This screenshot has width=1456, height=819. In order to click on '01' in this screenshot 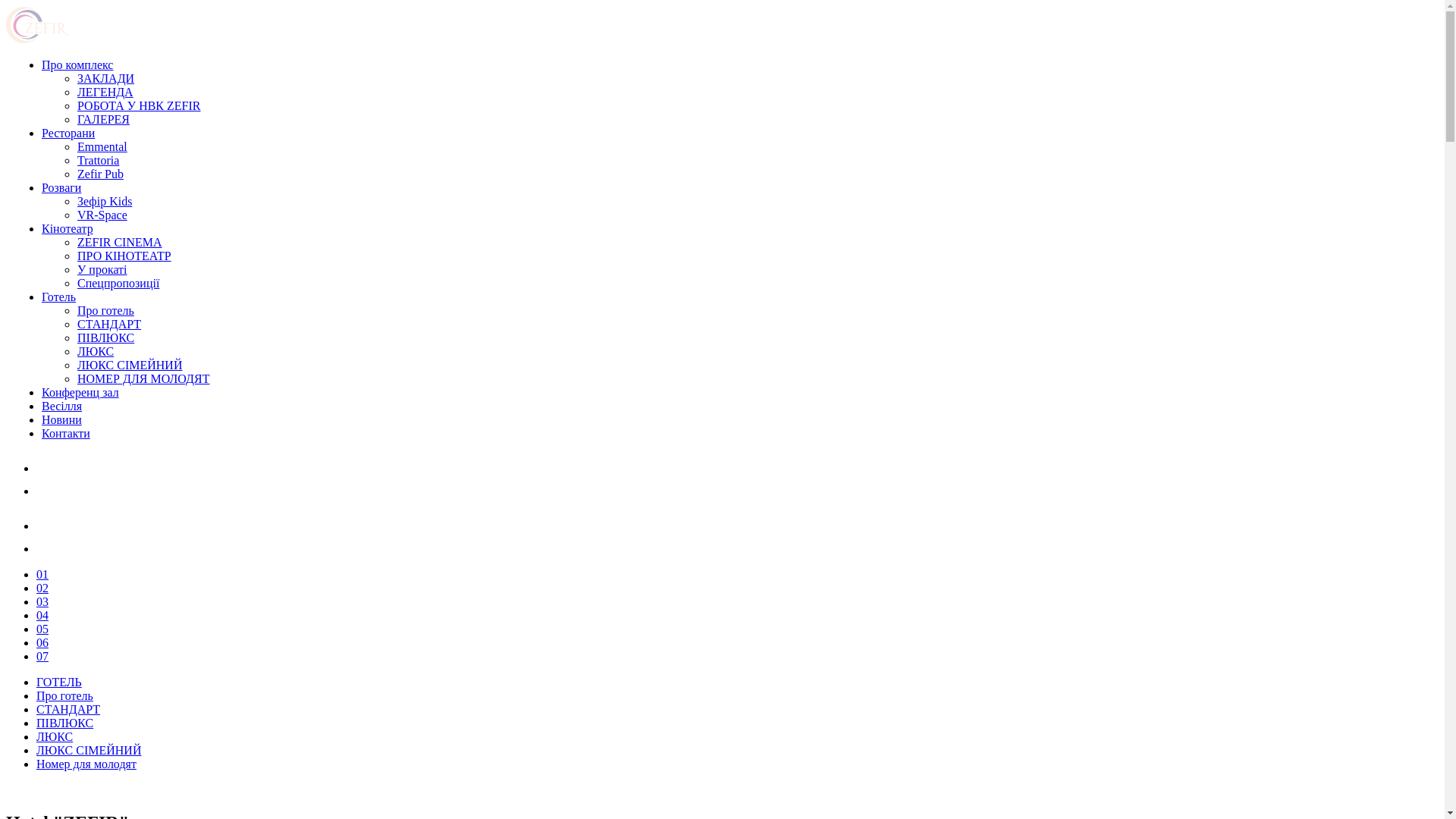, I will do `click(42, 574)`.